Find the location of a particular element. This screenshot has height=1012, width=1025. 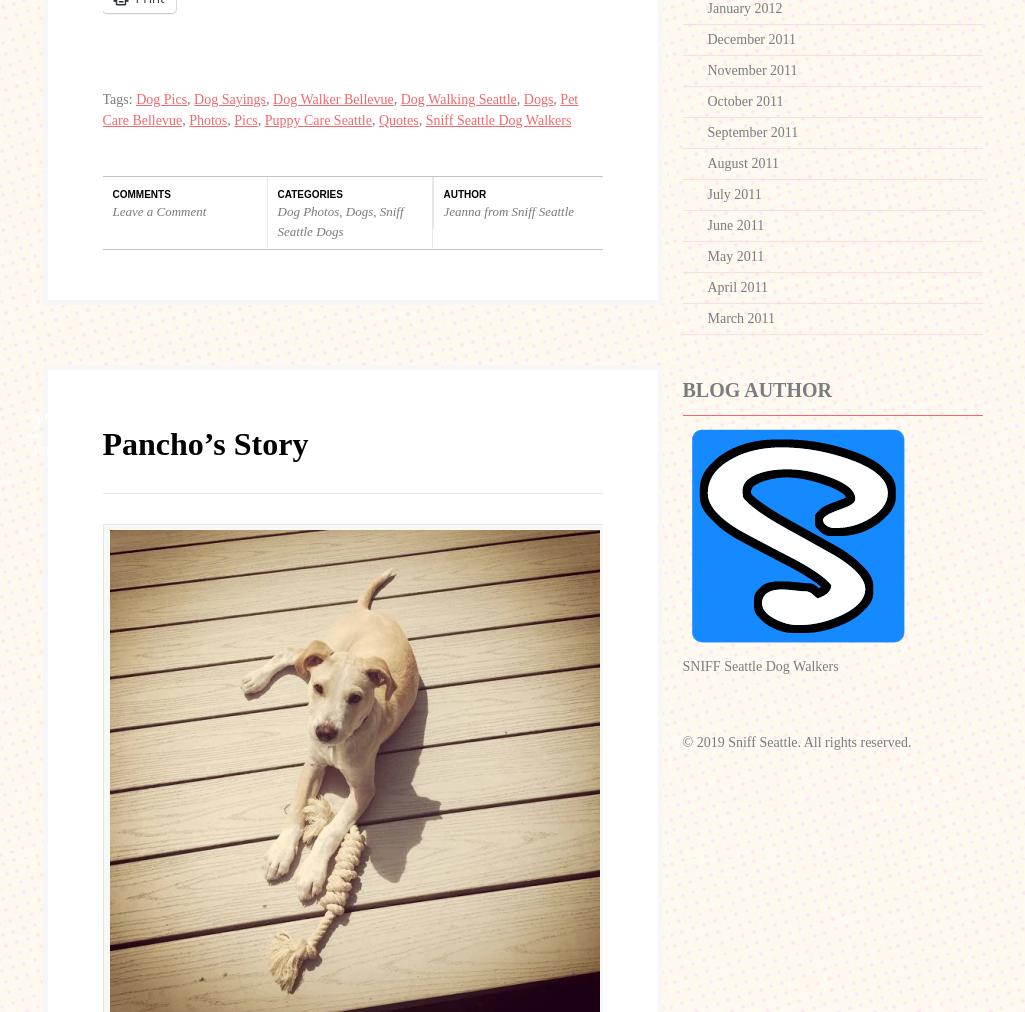

'September 2011' is located at coordinates (752, 132).